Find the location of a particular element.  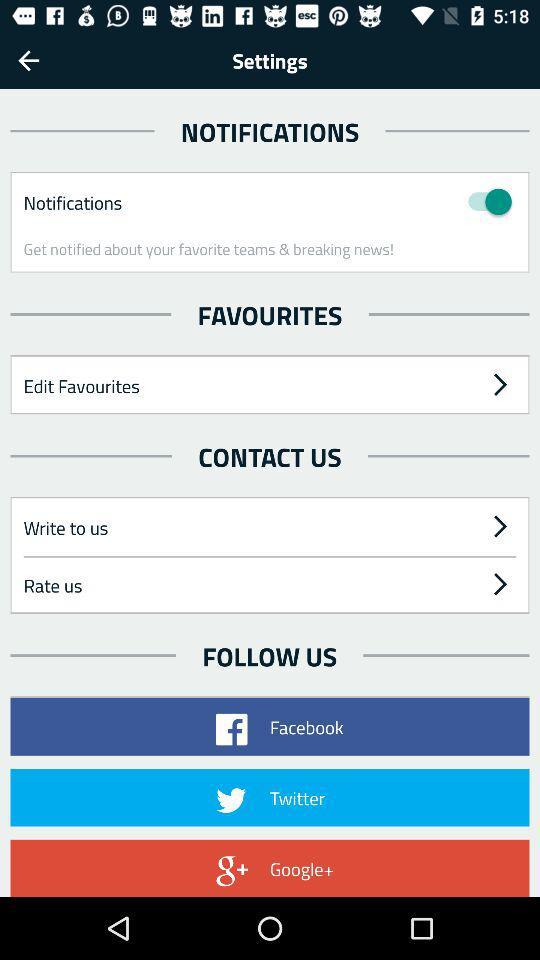

the facebook button on the web page is located at coordinates (270, 726).